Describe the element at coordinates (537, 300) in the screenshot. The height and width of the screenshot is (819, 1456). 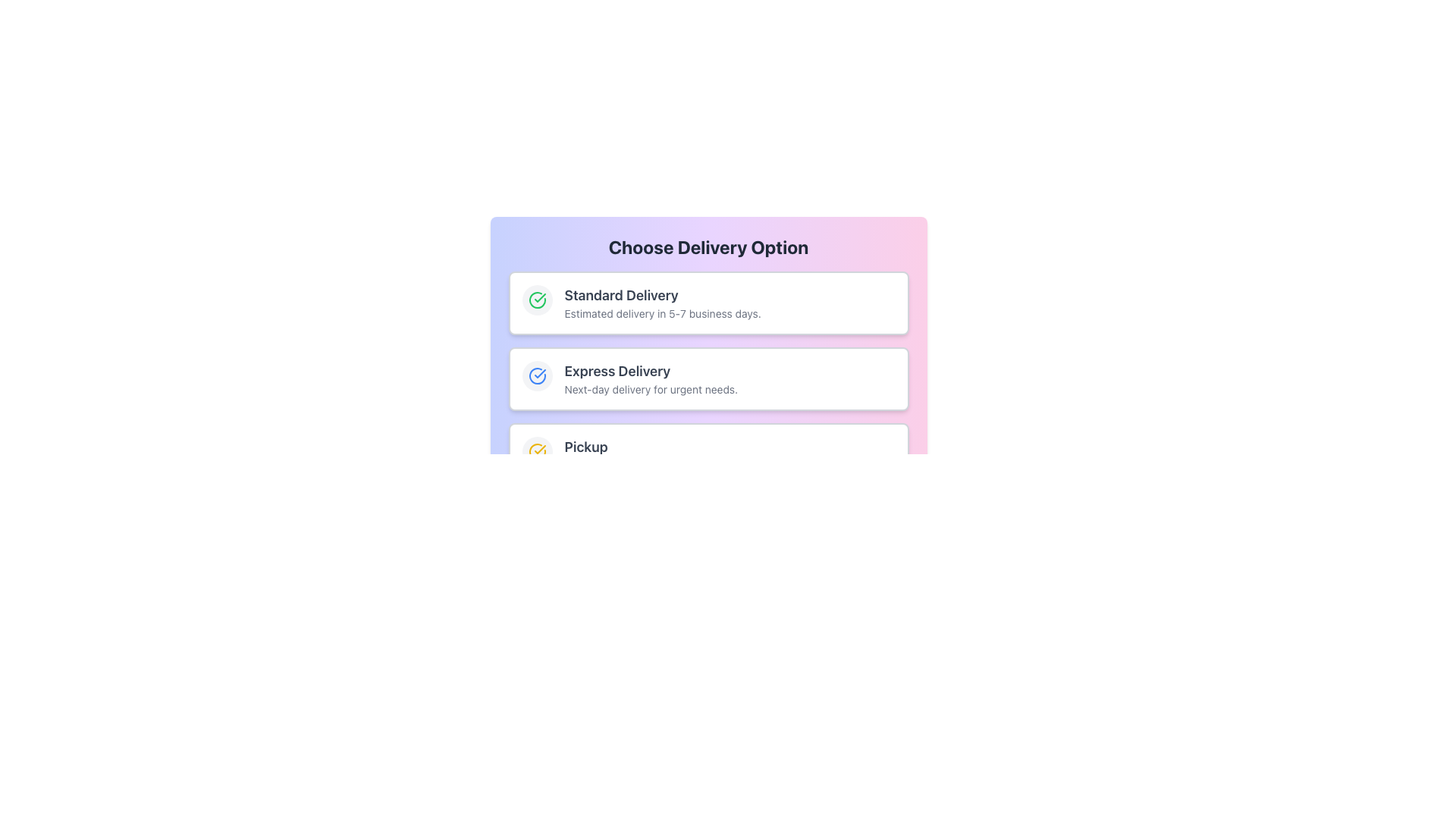
I see `the 'Standard Delivery' icon, which visually indicates the selection or status of this delivery option, located at the upper left corner of the 'Standard Delivery' selection card` at that location.